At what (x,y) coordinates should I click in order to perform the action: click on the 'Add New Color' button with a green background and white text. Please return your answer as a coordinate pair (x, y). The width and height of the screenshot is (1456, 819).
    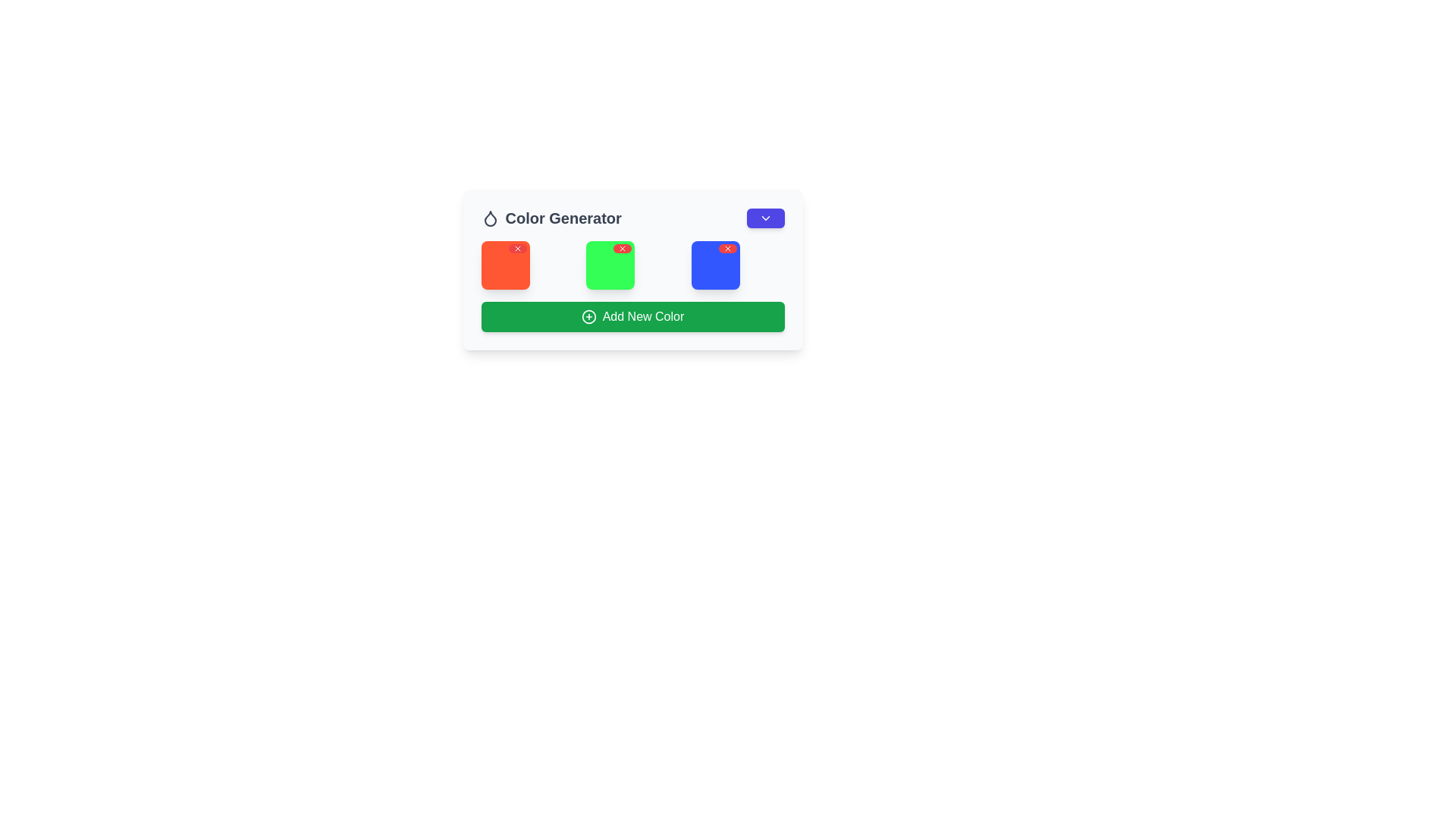
    Looking at the image, I should click on (632, 315).